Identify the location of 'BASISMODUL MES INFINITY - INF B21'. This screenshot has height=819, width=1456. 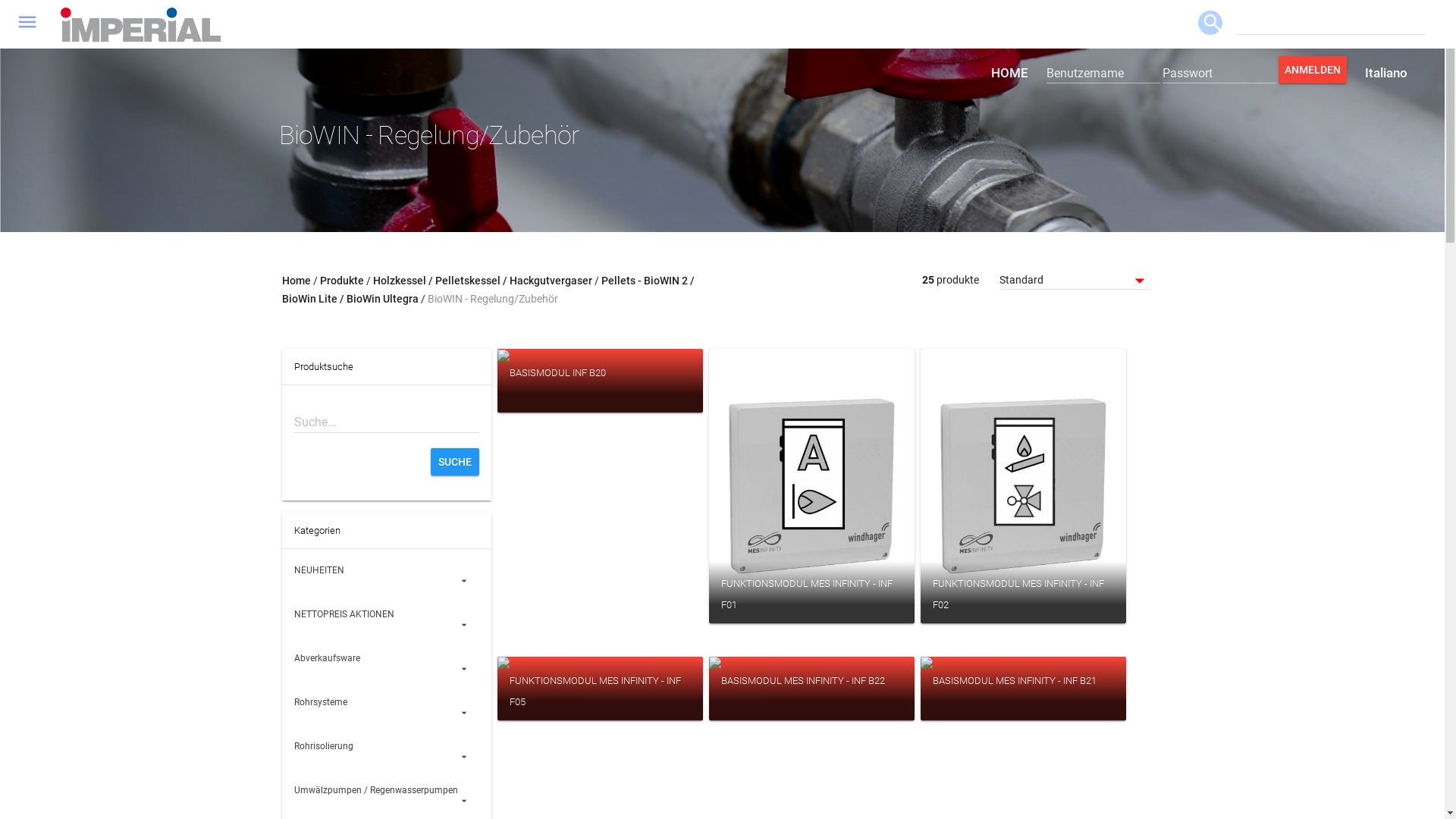
(1023, 689).